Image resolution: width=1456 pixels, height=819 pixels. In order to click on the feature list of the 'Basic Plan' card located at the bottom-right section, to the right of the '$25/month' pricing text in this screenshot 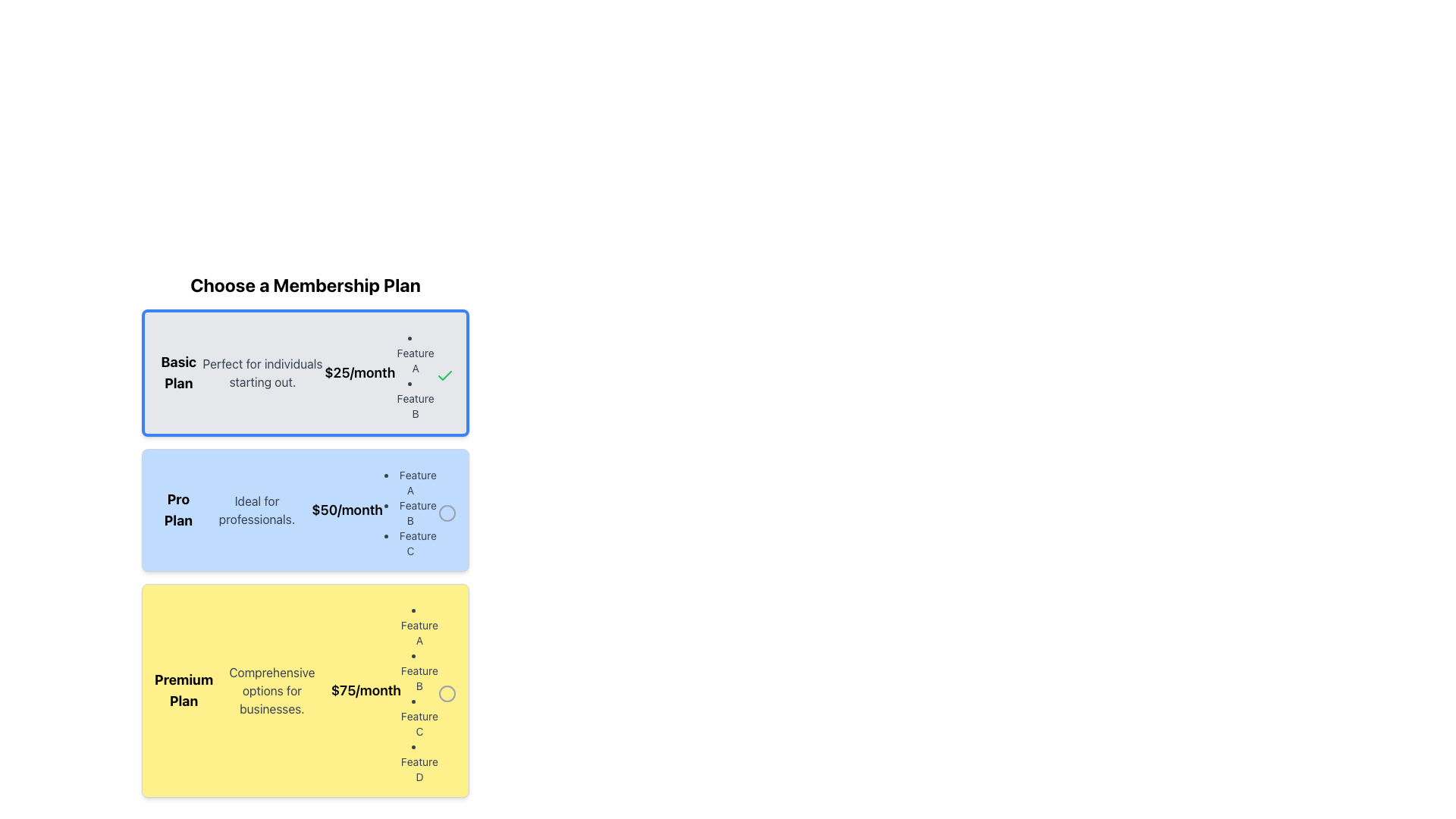, I will do `click(416, 373)`.